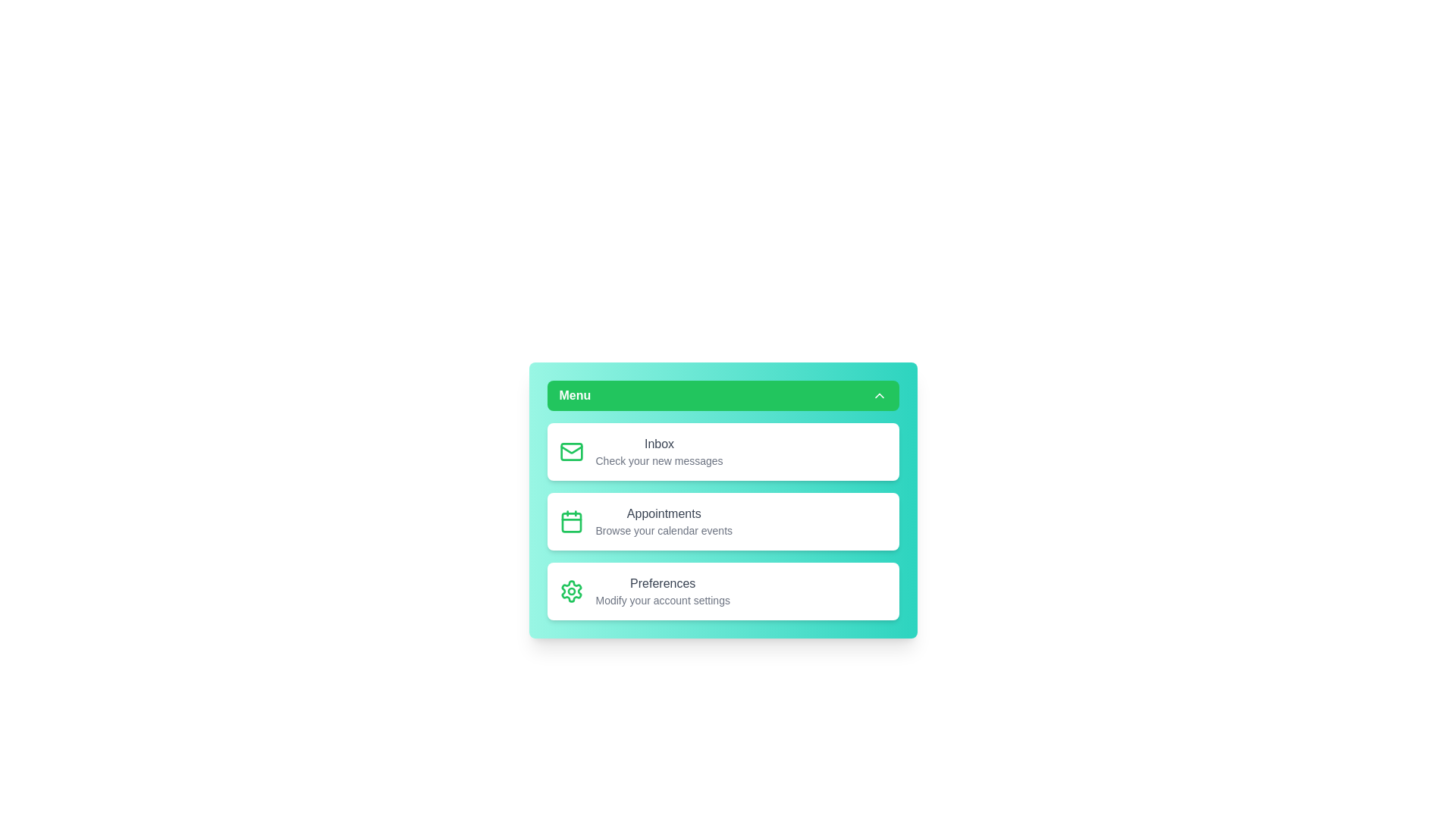 Image resolution: width=1456 pixels, height=819 pixels. Describe the element at coordinates (722, 590) in the screenshot. I see `the 'Preferences' option in the UserProfileMenu` at that location.